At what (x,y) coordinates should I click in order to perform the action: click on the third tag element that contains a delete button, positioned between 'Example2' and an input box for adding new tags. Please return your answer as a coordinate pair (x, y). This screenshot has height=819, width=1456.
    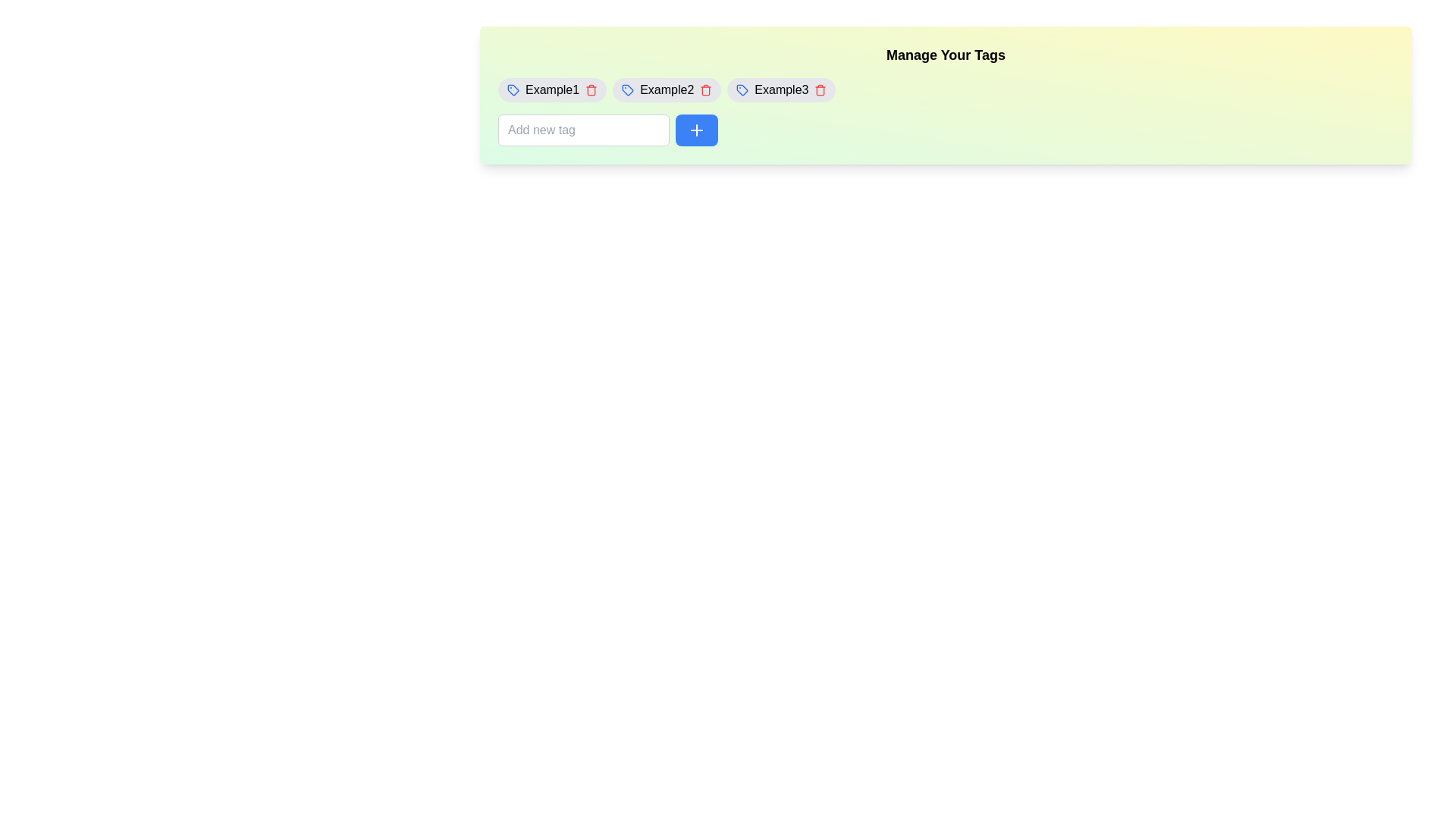
    Looking at the image, I should click on (781, 90).